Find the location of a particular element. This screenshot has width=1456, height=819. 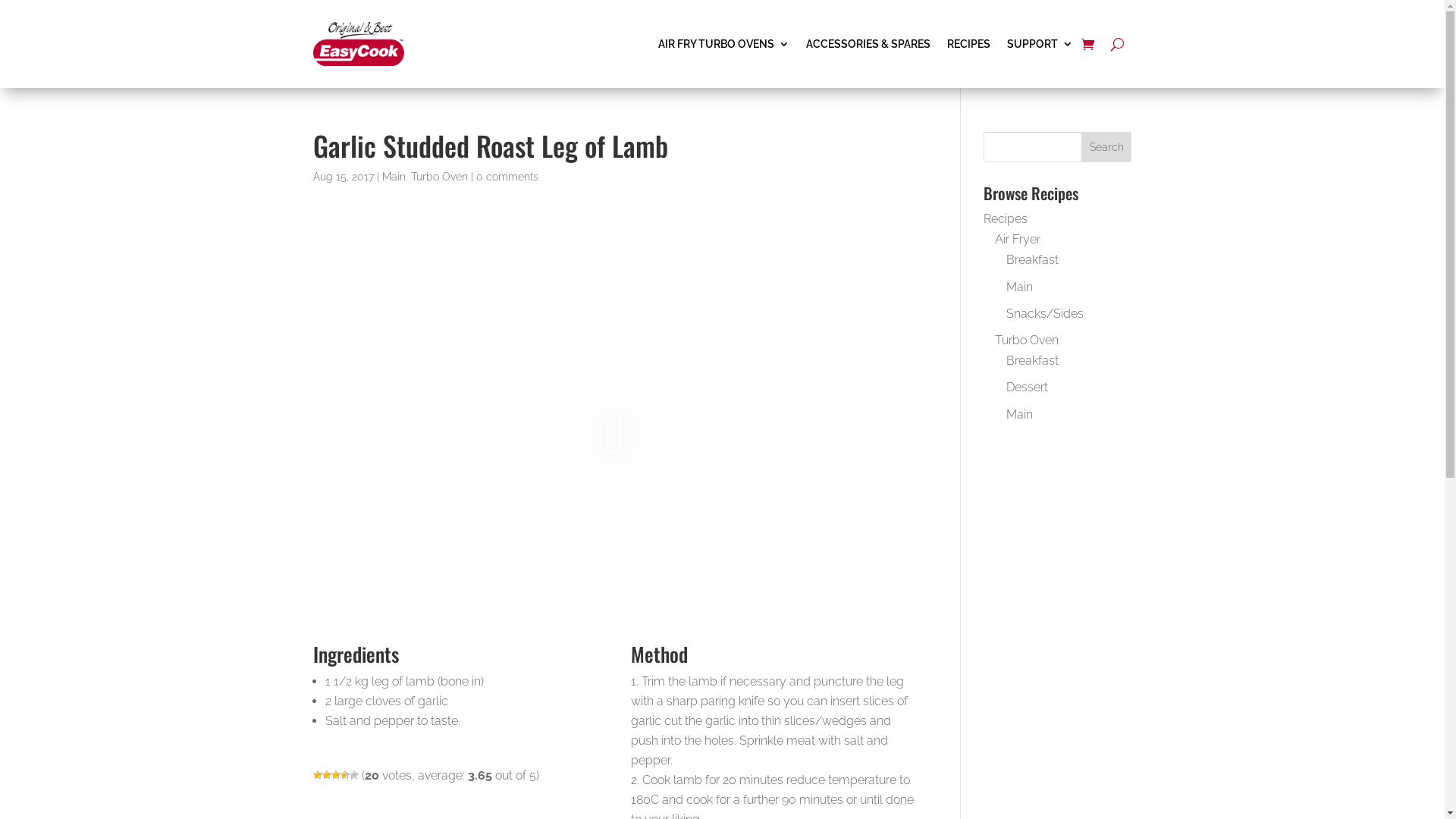

'SUPPORT' is located at coordinates (1007, 42).